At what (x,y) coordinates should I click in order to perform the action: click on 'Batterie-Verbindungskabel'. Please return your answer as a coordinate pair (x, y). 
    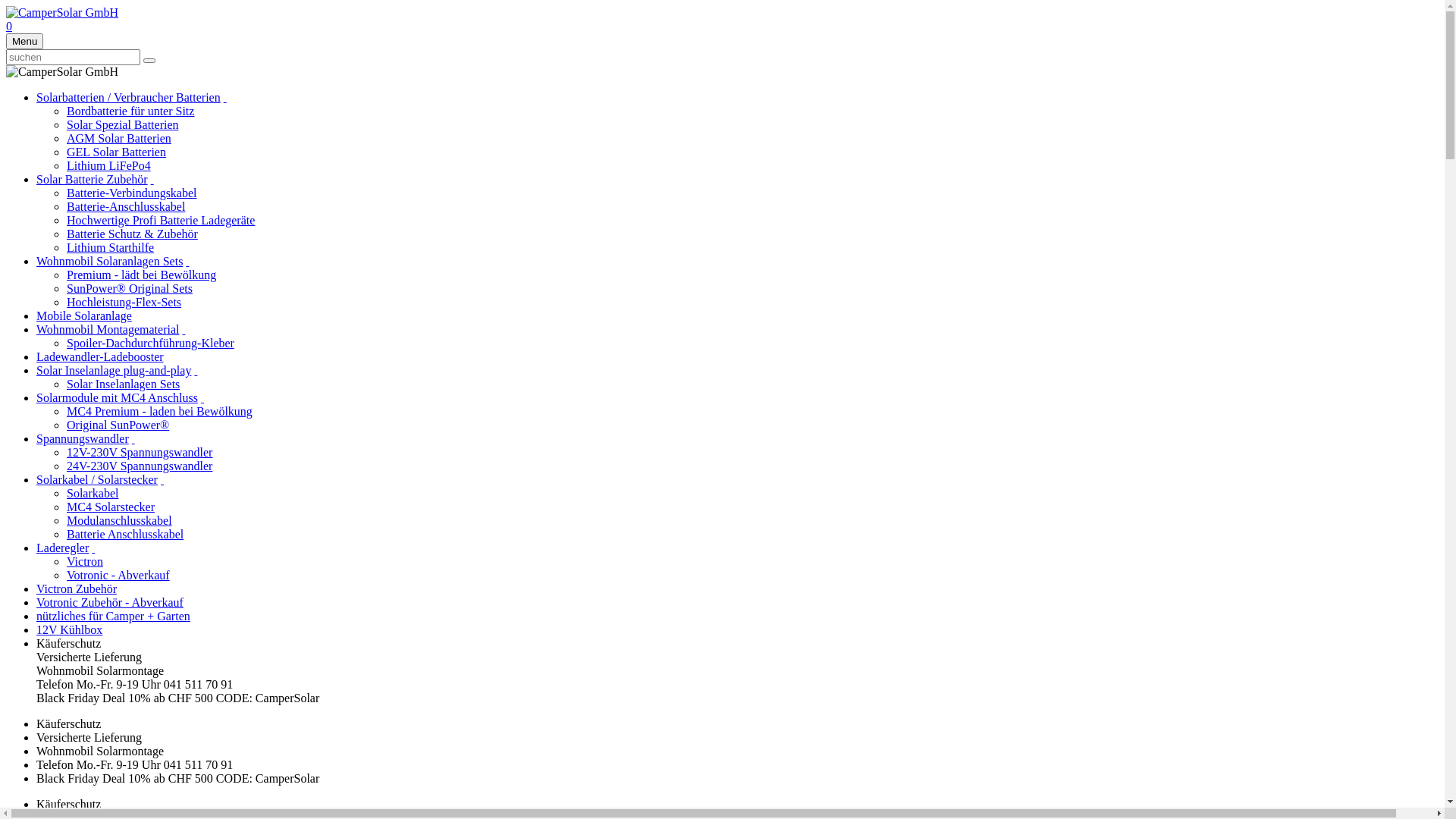
    Looking at the image, I should click on (131, 192).